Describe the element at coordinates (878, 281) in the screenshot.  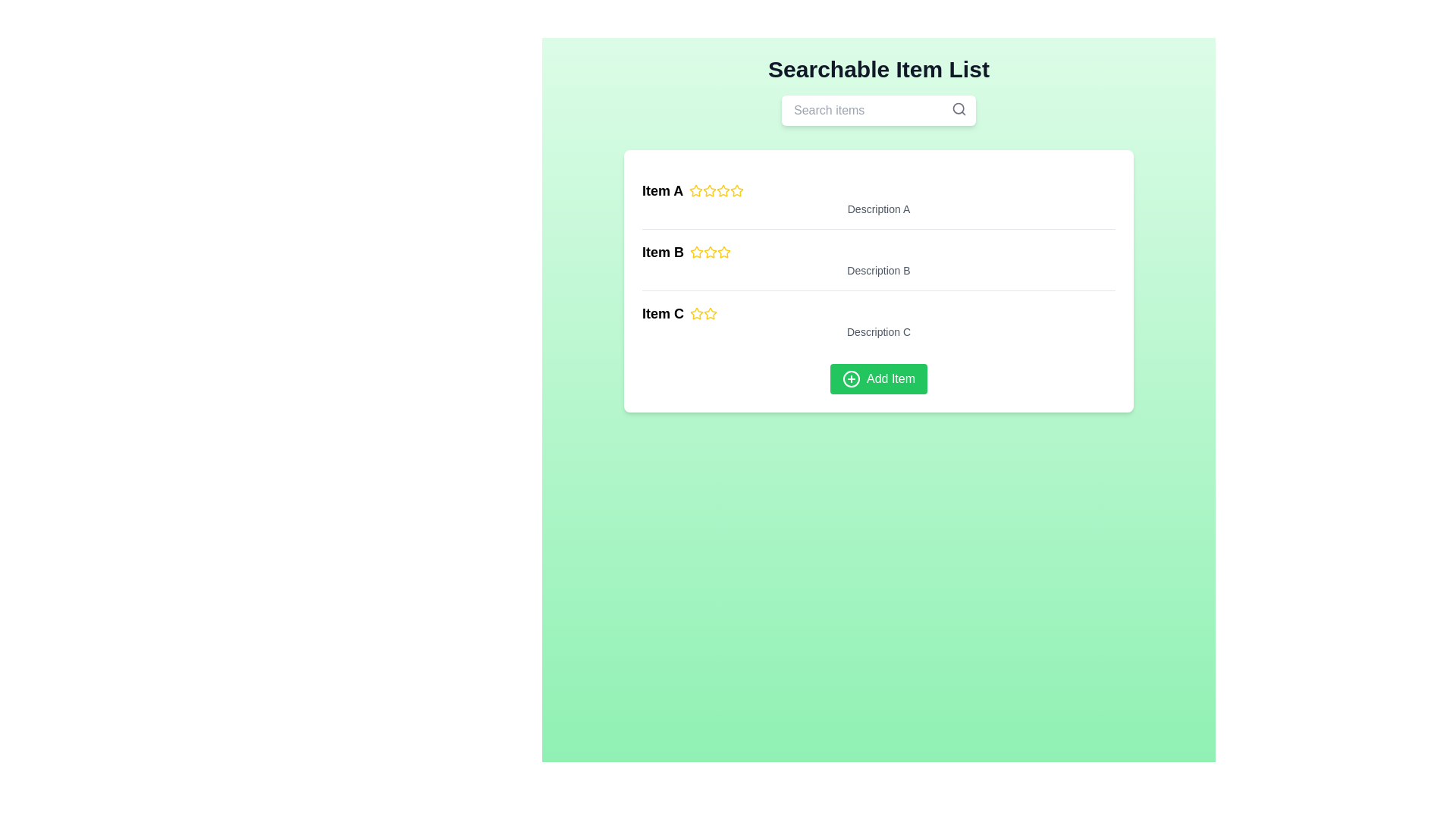
I see `the second item 'Item B' in the text display, which is organized in a vertically stacked layout with a light-themed box and white background` at that location.